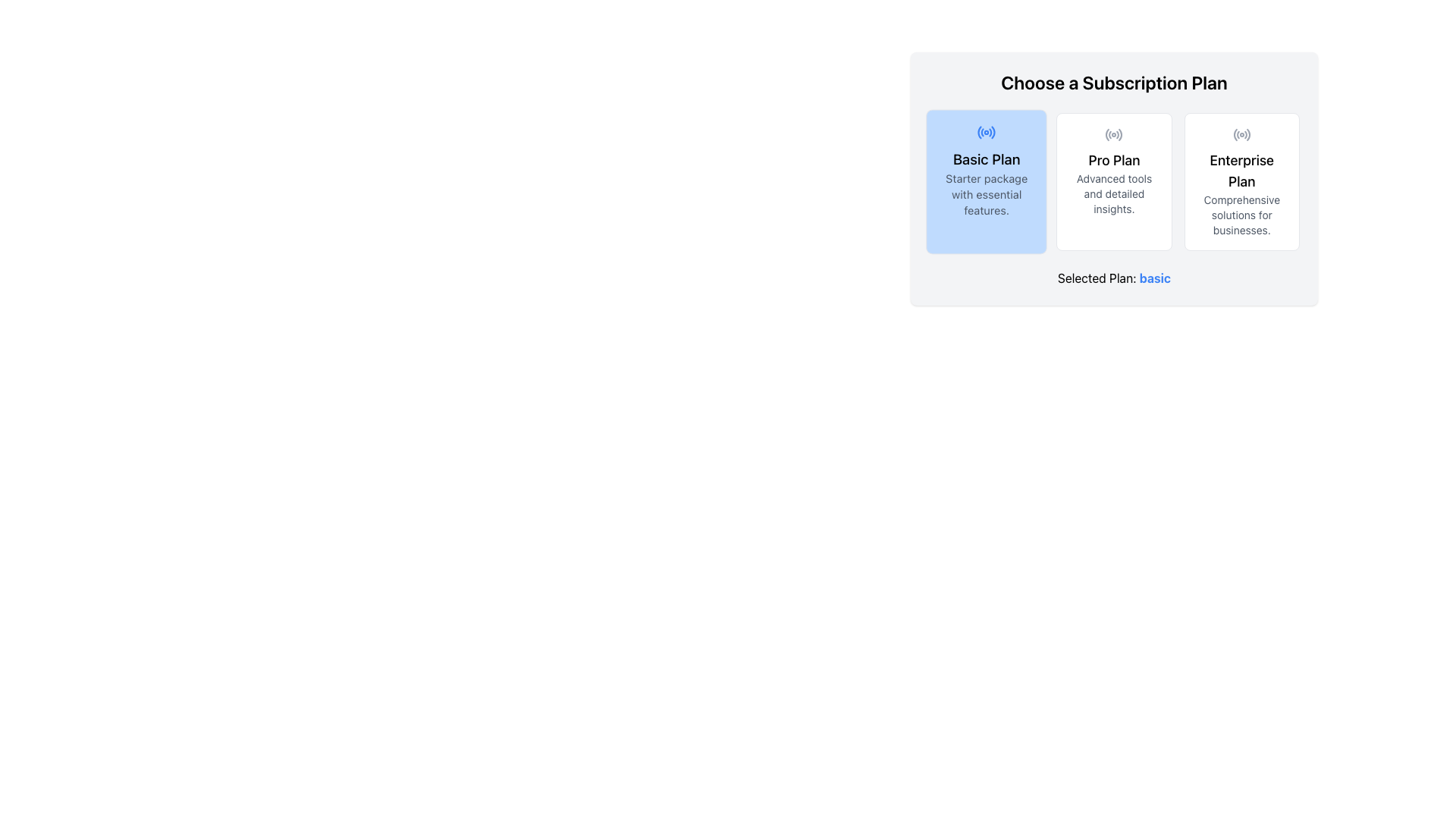 The image size is (1456, 819). Describe the element at coordinates (1114, 278) in the screenshot. I see `the text label that displays 'Selected Plan: basic', which is located at the bottom of the subscription selection panel, uniquely positioned below the plan cards` at that location.